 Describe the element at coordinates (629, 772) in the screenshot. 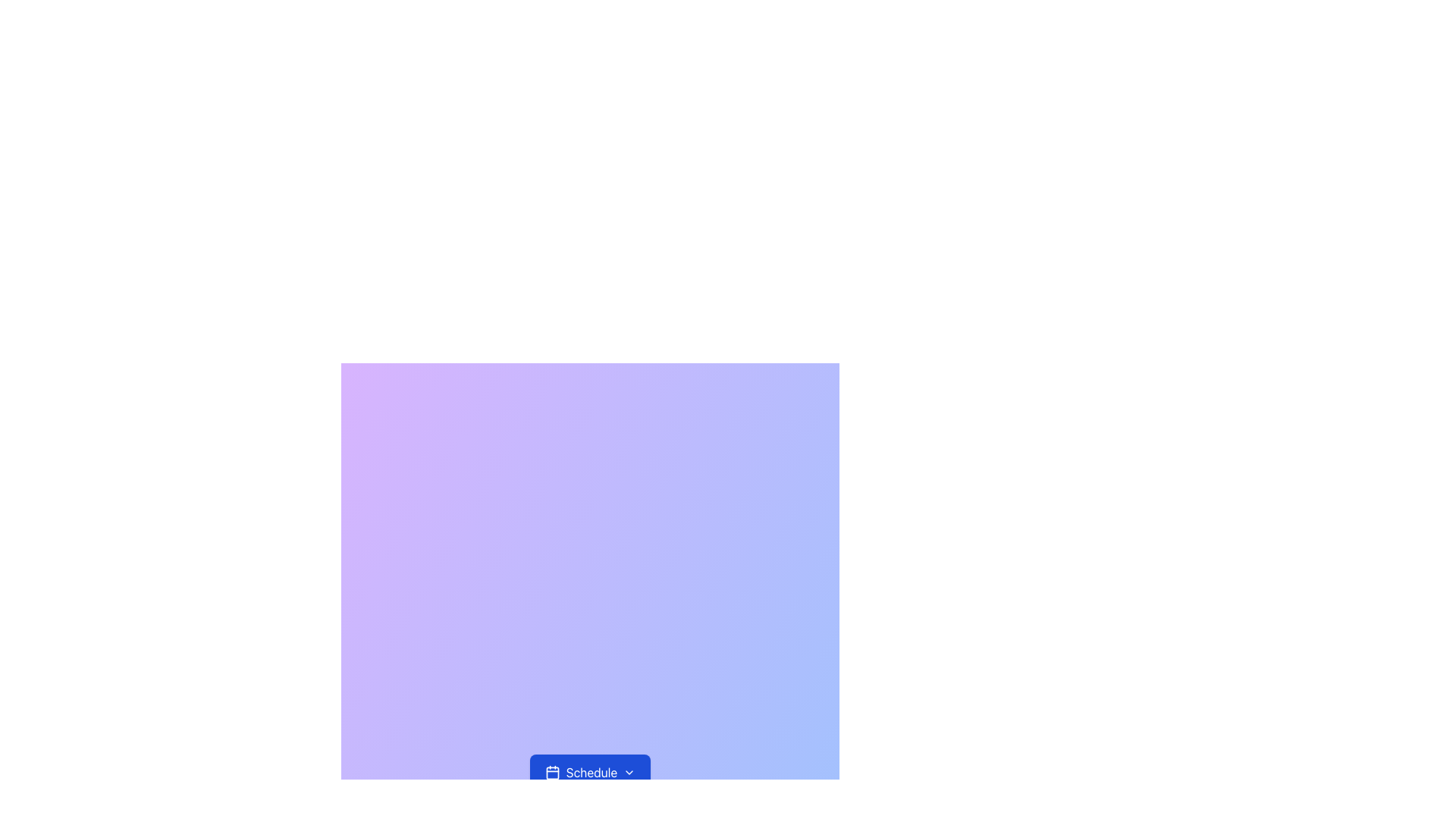

I see `the chevron icon located to the right of the 'Schedule' button` at that location.